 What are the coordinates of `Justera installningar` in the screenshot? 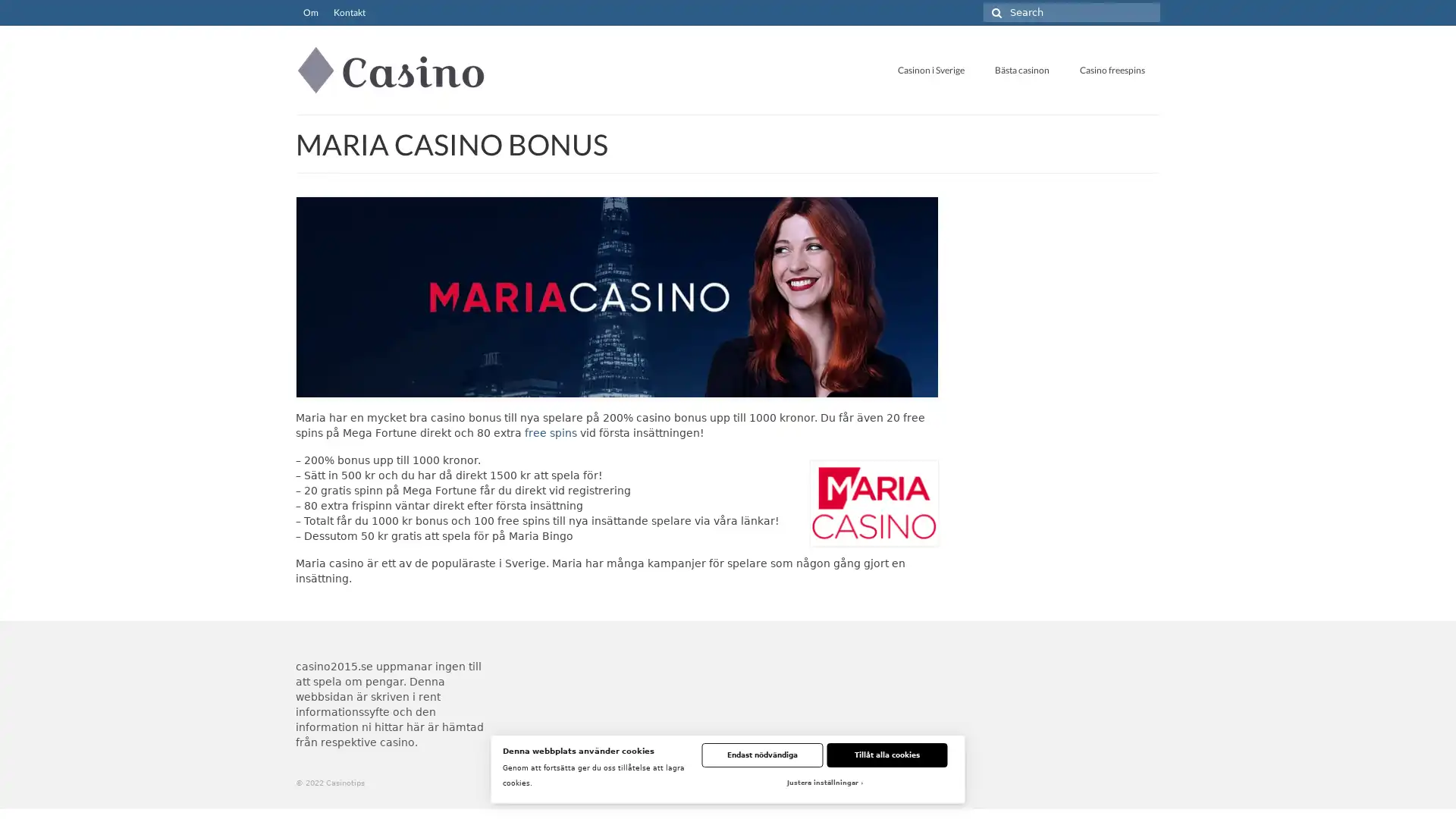 It's located at (823, 783).